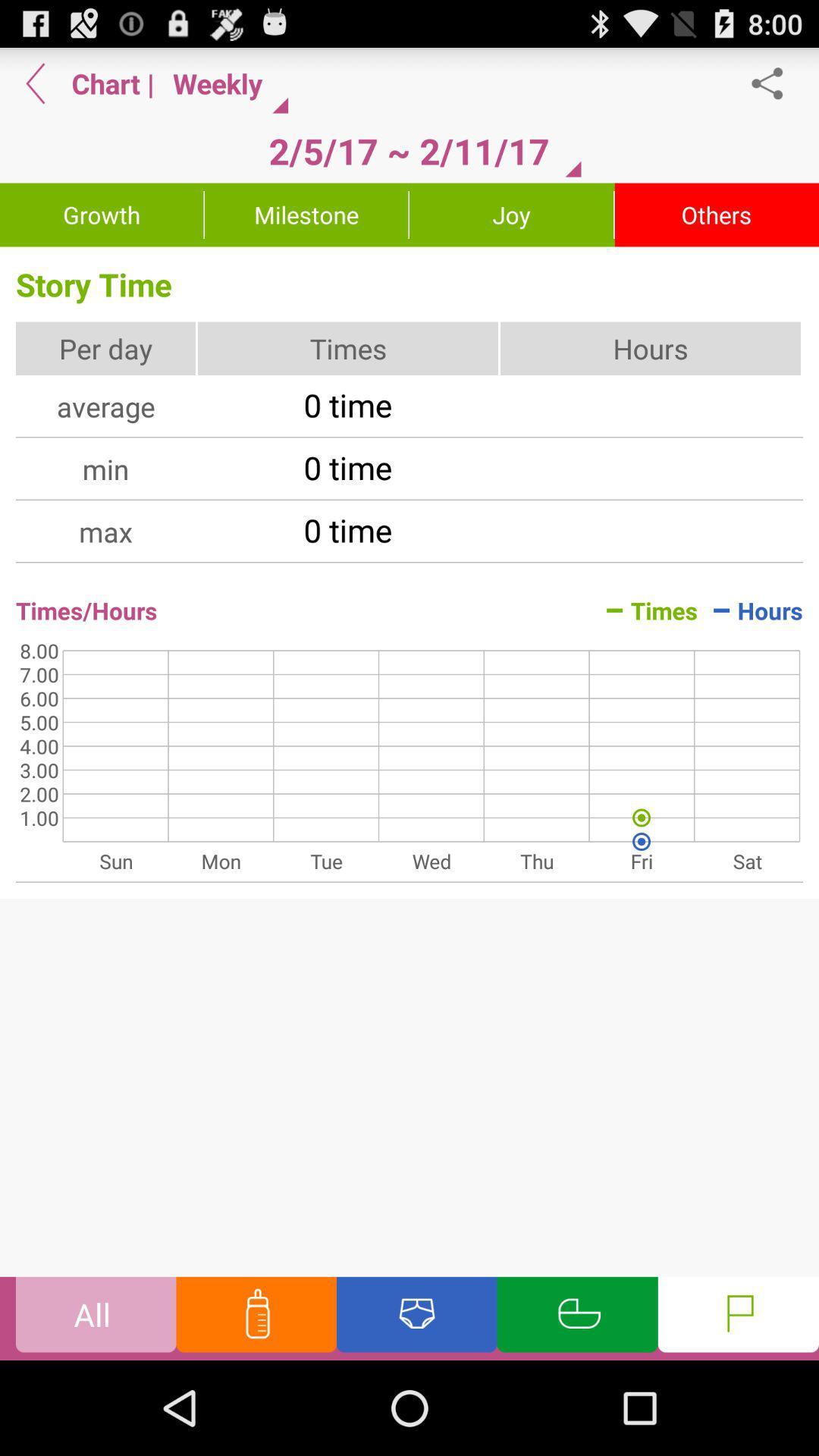 The height and width of the screenshot is (1456, 819). I want to click on share, so click(775, 83).